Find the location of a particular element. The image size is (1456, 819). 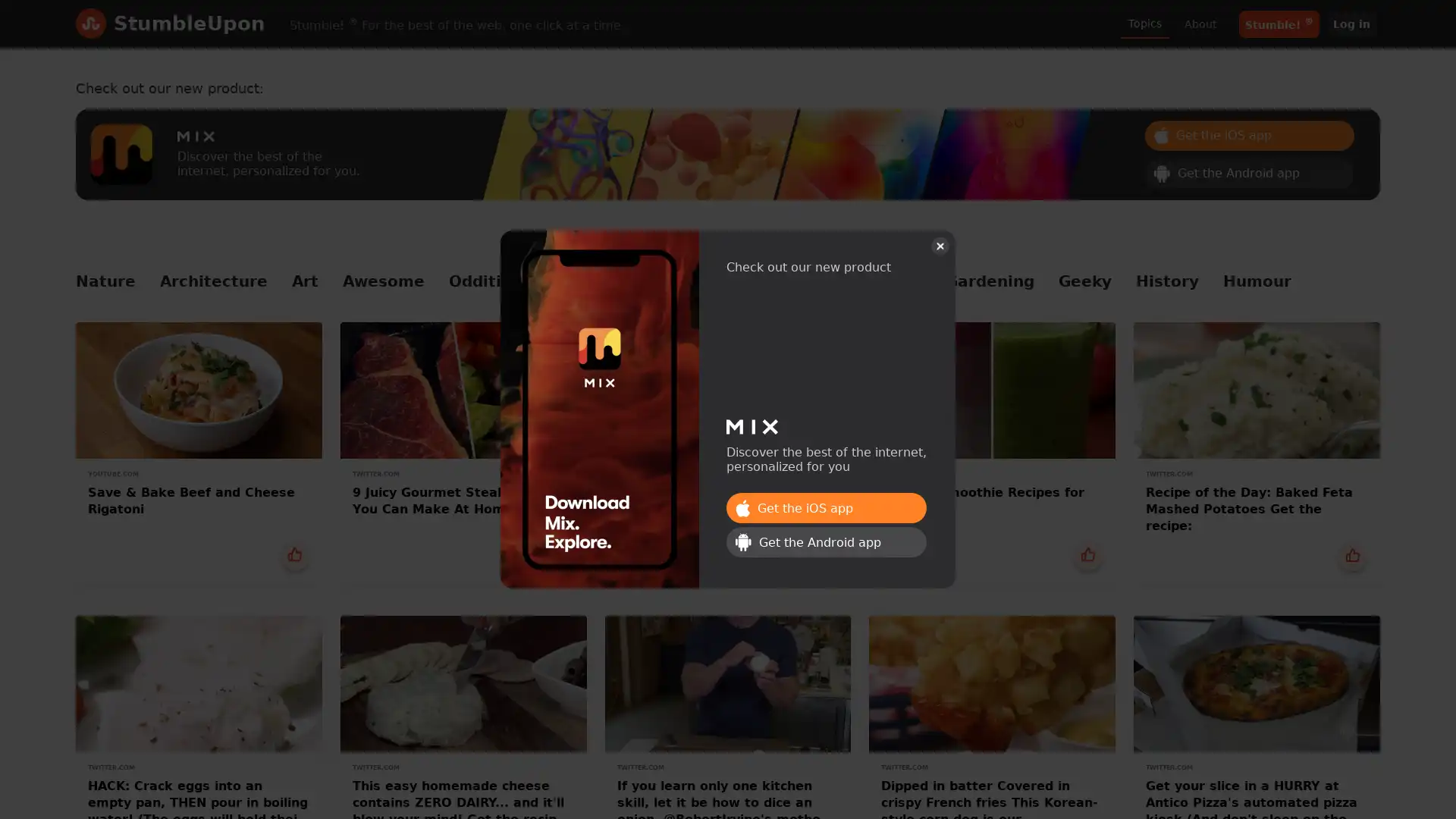

Header Image 1 Get the iOS app is located at coordinates (825, 508).